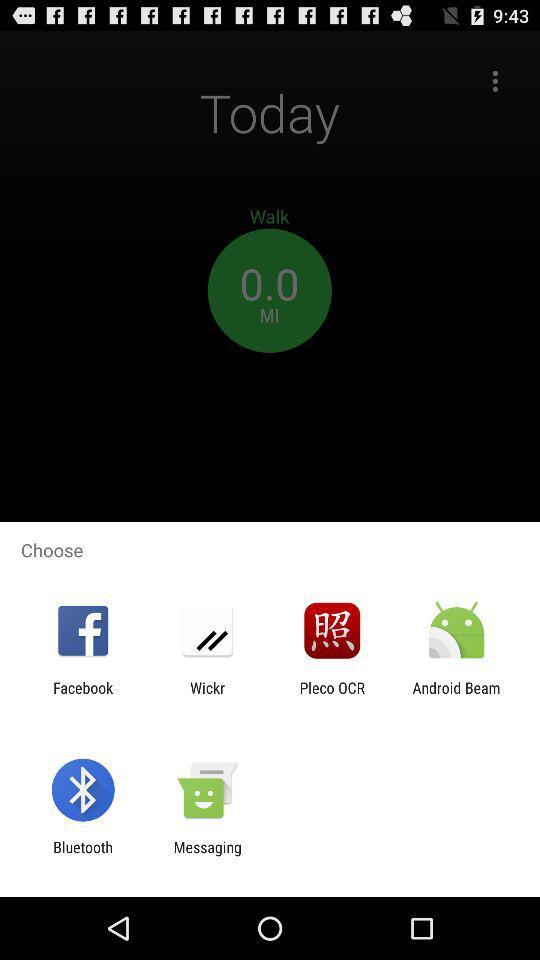 This screenshot has width=540, height=960. I want to click on app to the right of facebook app, so click(206, 696).